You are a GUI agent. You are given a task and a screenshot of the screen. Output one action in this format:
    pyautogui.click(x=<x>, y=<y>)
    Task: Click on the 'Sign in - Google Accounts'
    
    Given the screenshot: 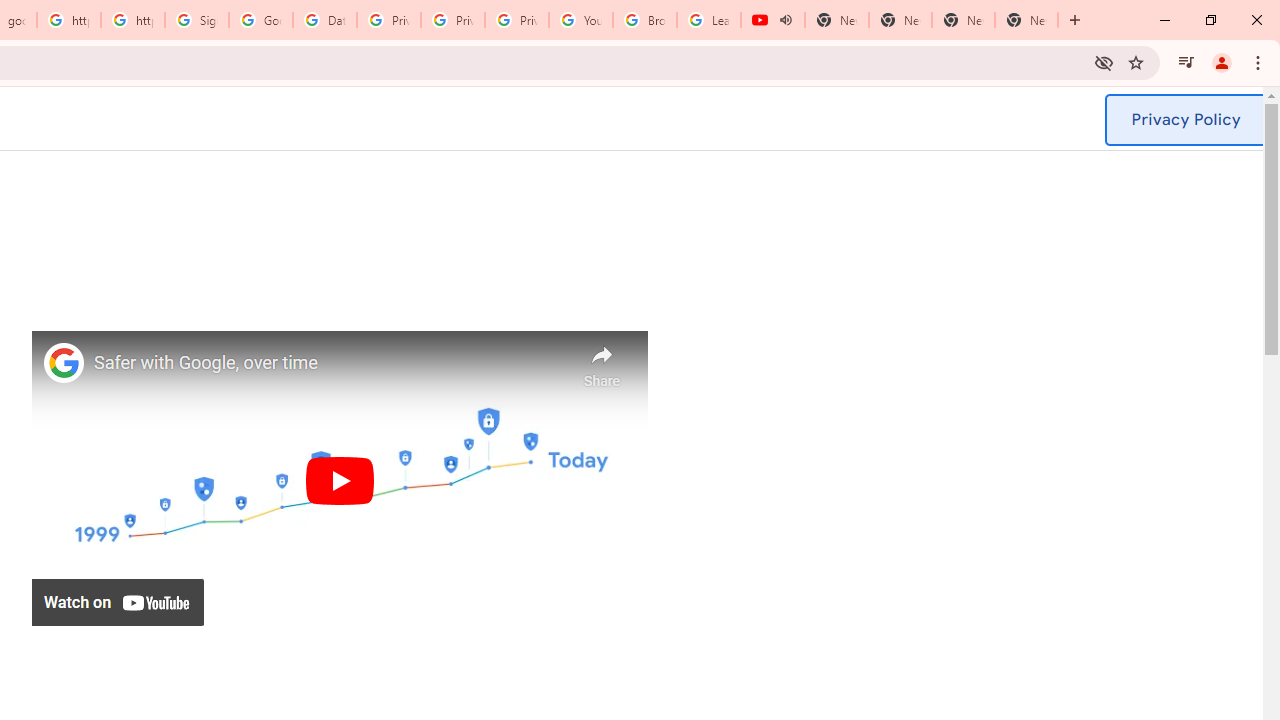 What is the action you would take?
    pyautogui.click(x=197, y=20)
    